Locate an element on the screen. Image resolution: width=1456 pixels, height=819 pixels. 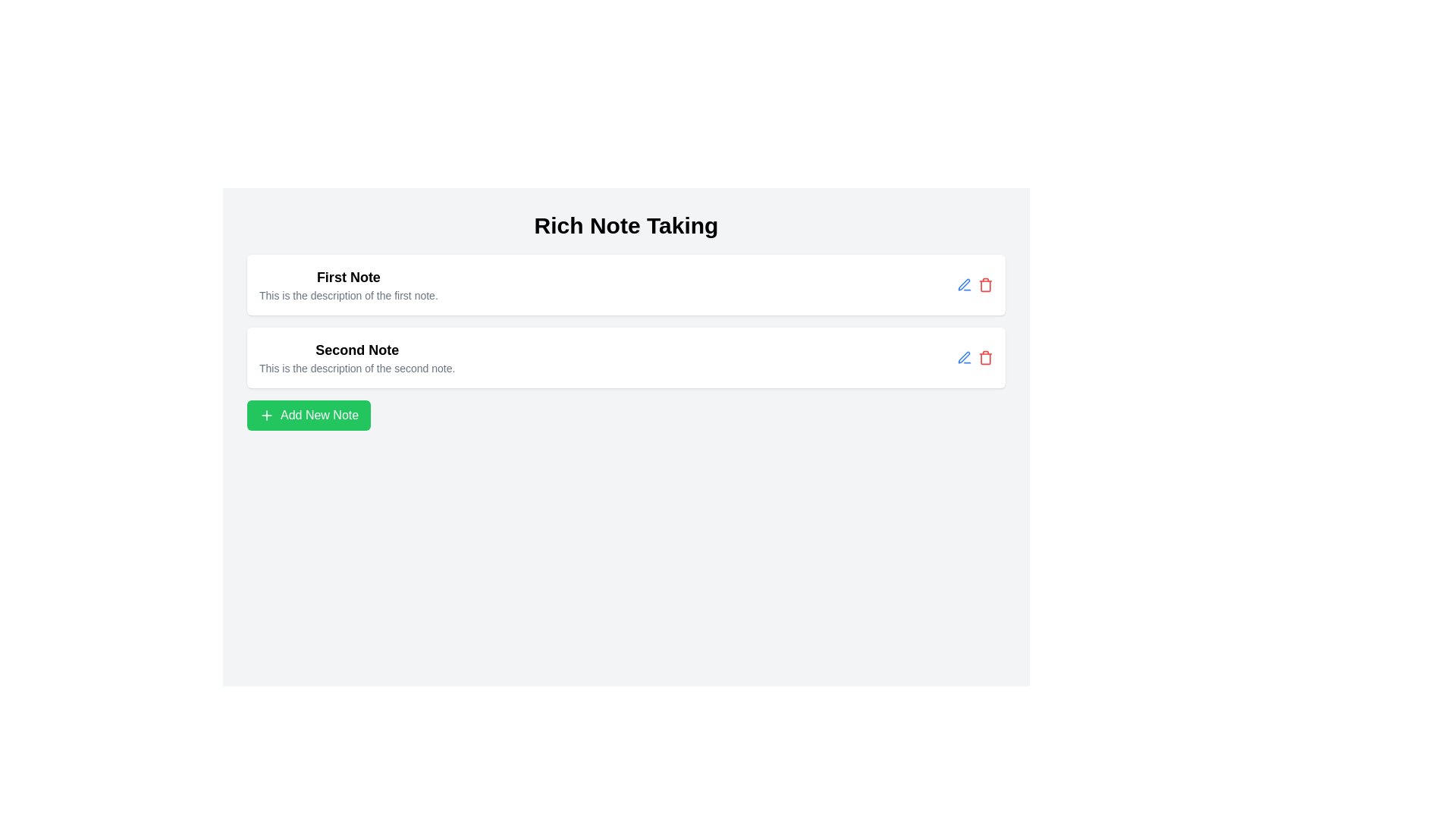
the delete button located at the top-right of the first note's card interface, adjacent to the blue pencil icon is located at coordinates (986, 284).